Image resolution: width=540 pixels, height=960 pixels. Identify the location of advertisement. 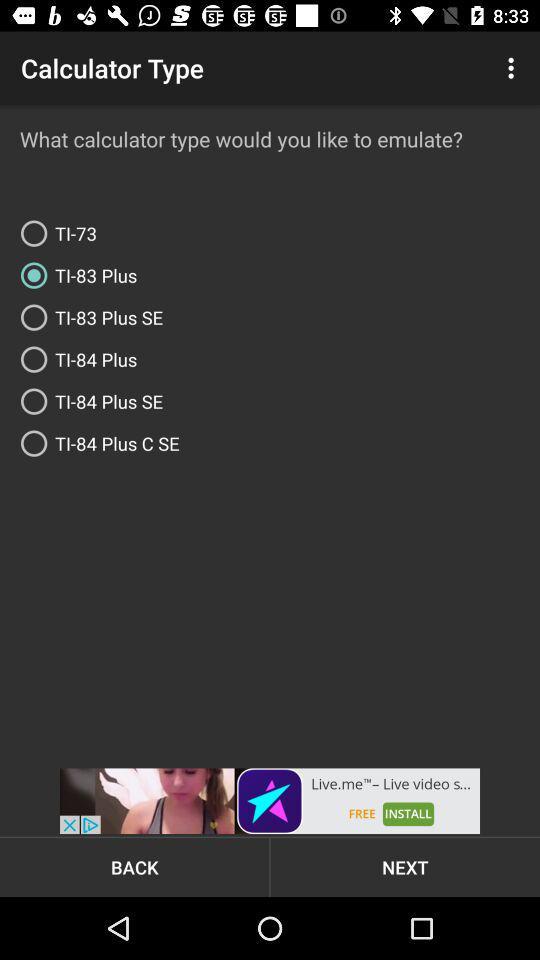
(270, 801).